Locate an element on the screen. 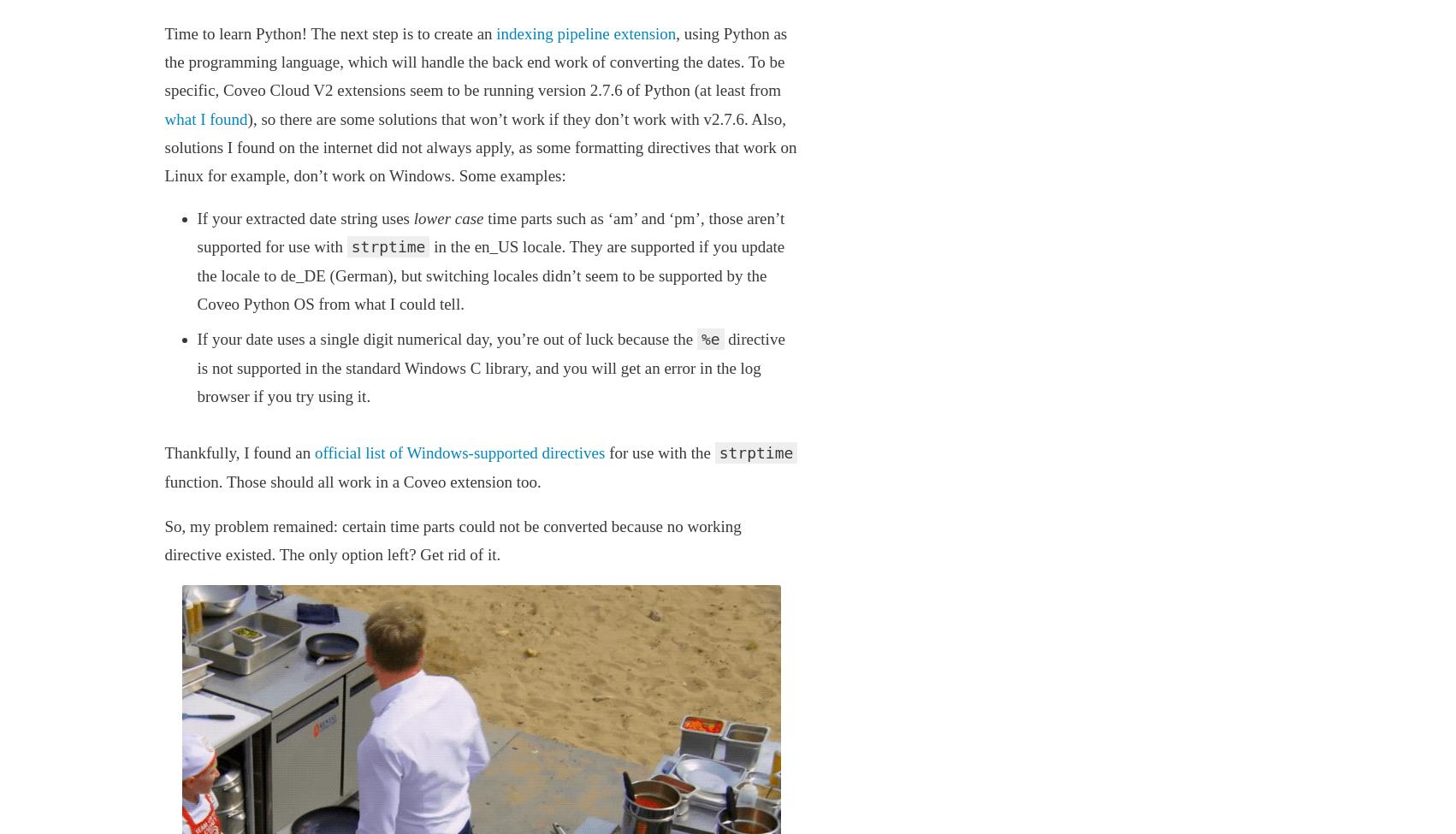  'function. Those should all work in a Coveo extension too.' is located at coordinates (163, 480).